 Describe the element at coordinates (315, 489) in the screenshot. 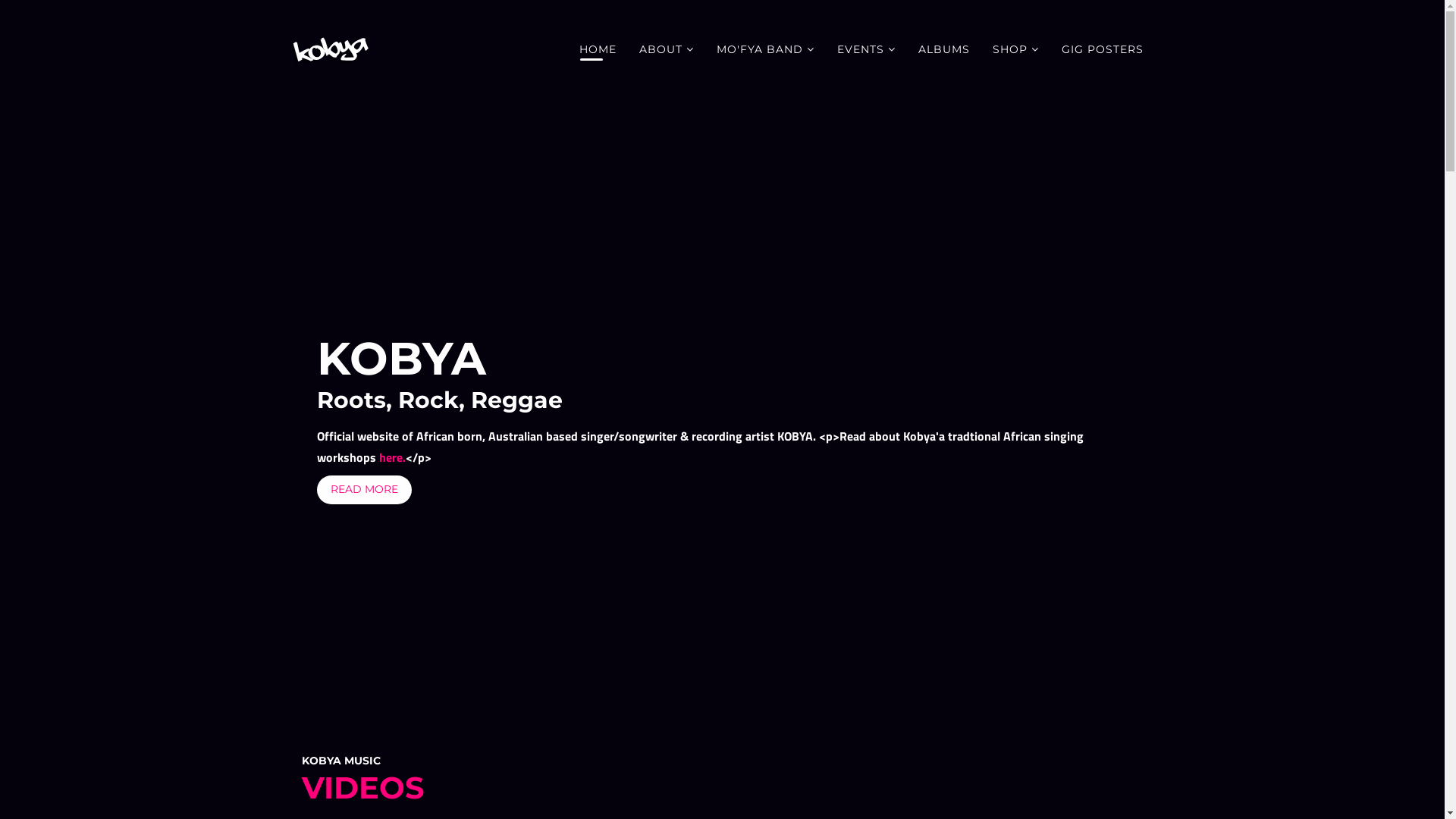

I see `'READ MORE'` at that location.